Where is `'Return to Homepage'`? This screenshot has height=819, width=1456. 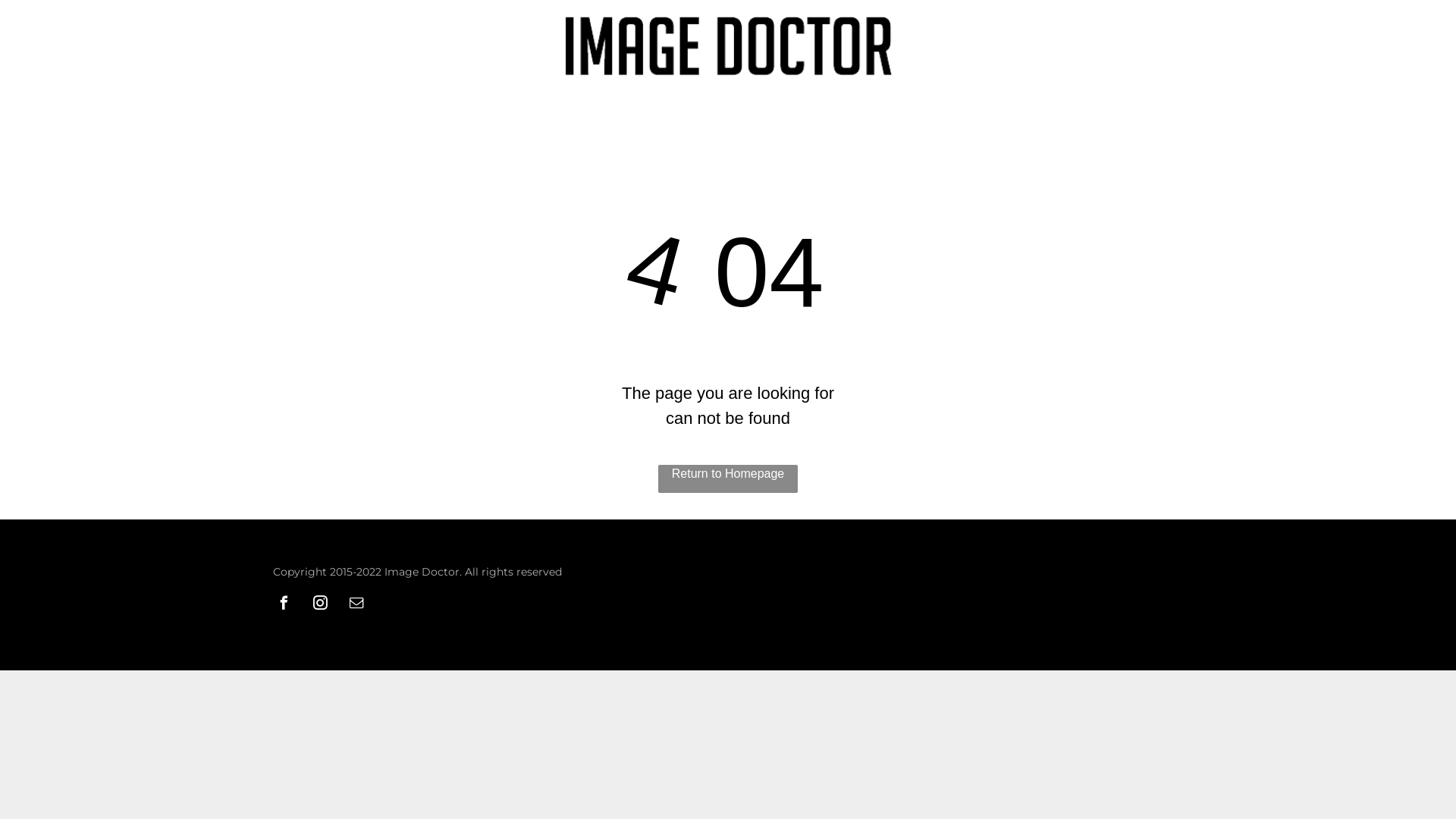 'Return to Homepage' is located at coordinates (728, 479).